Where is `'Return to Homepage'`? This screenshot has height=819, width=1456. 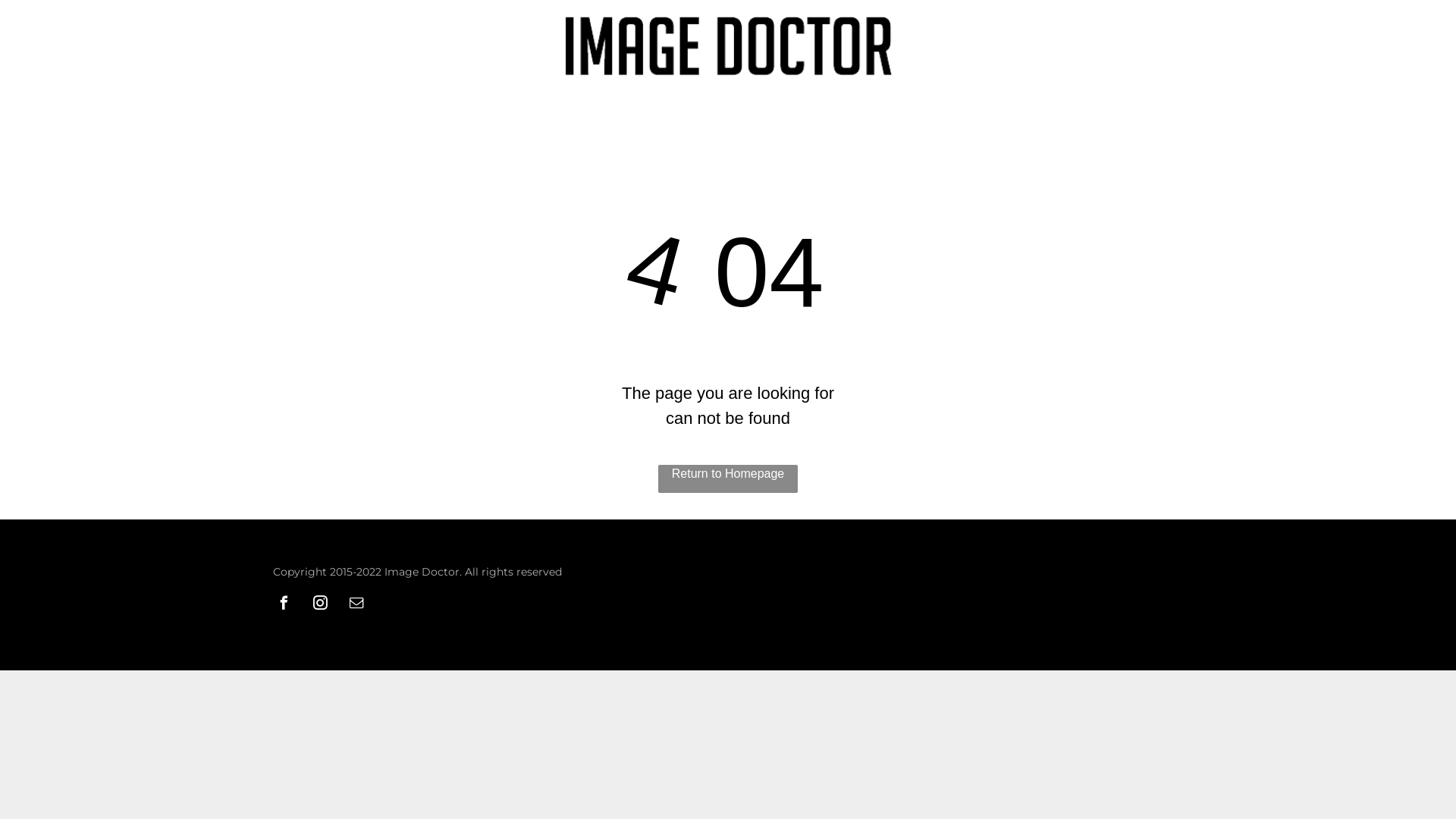 'Return to Homepage' is located at coordinates (728, 479).